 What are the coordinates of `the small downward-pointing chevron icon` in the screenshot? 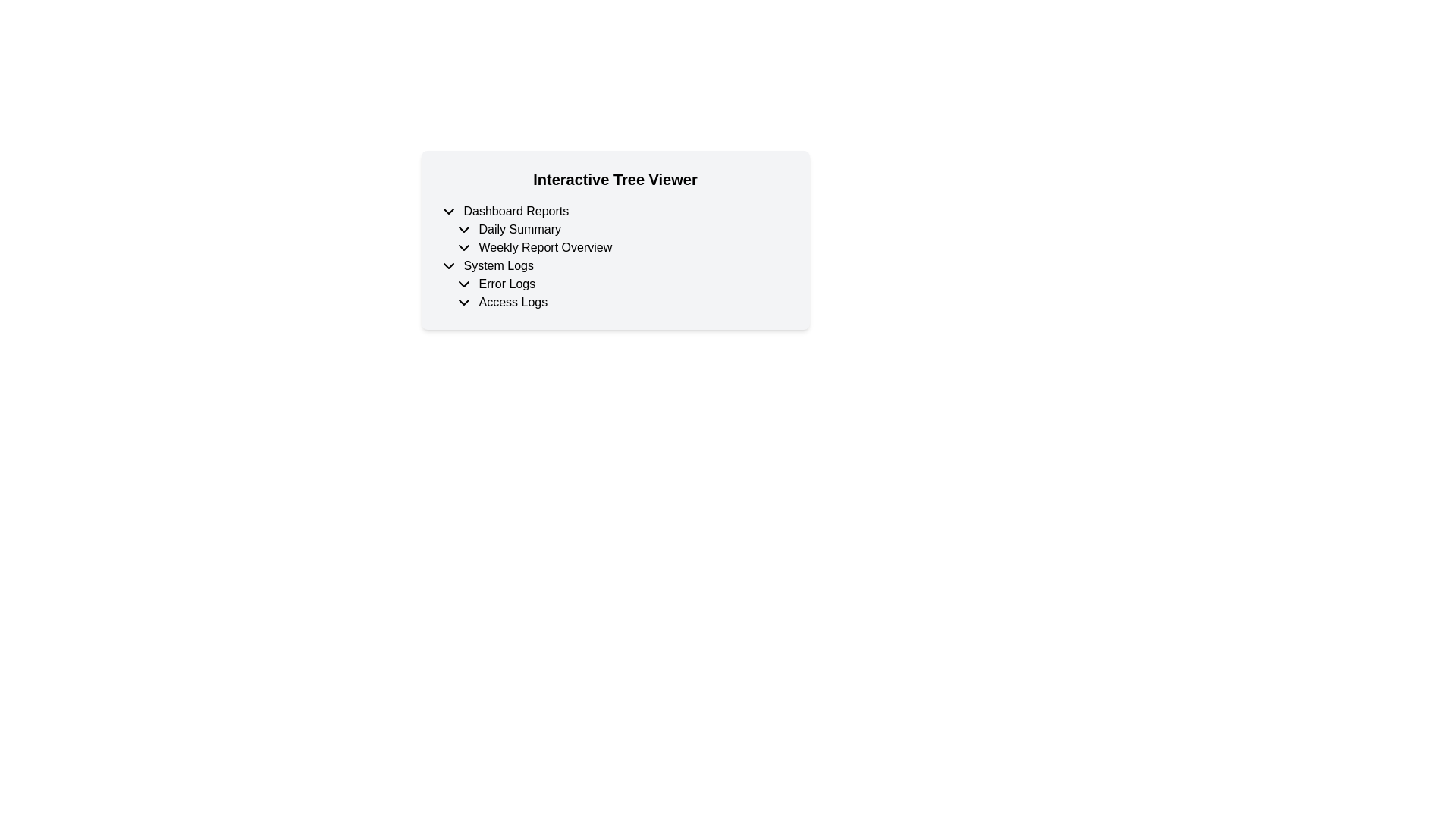 It's located at (447, 211).